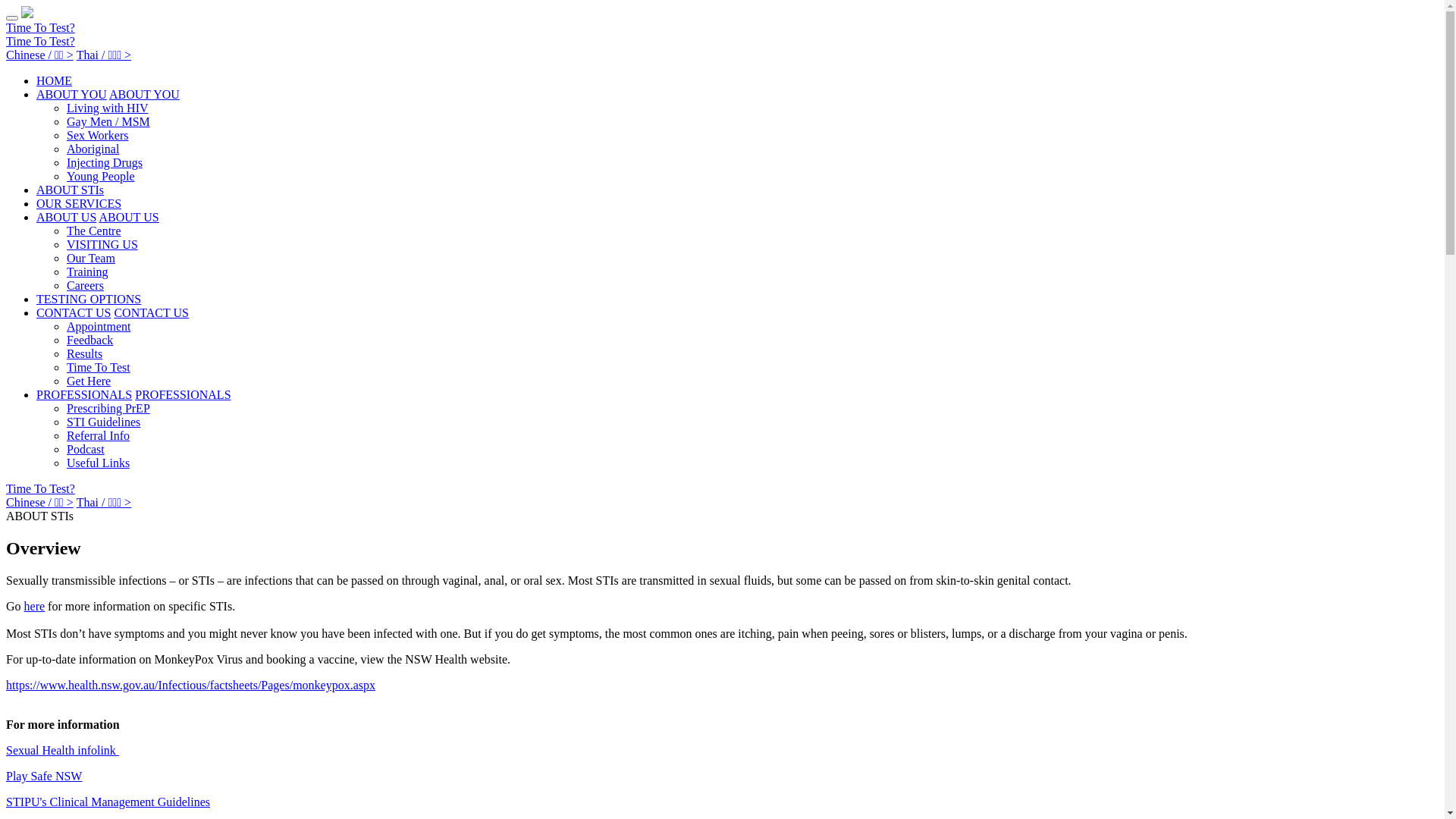 The height and width of the screenshot is (819, 1456). I want to click on 'ABOUT YOU', so click(144, 94).